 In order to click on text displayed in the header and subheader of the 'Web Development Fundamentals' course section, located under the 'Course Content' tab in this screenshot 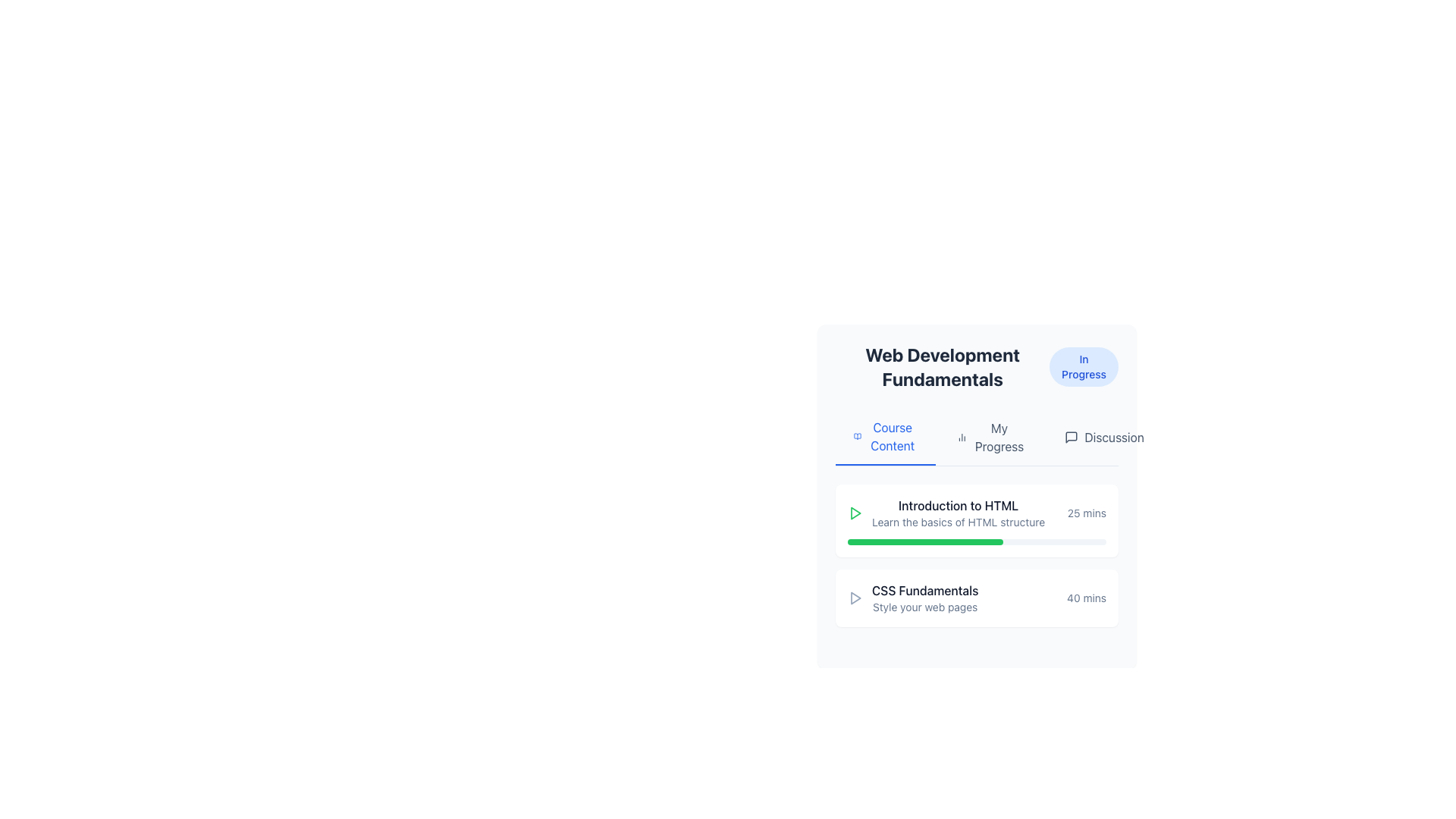, I will do `click(958, 513)`.